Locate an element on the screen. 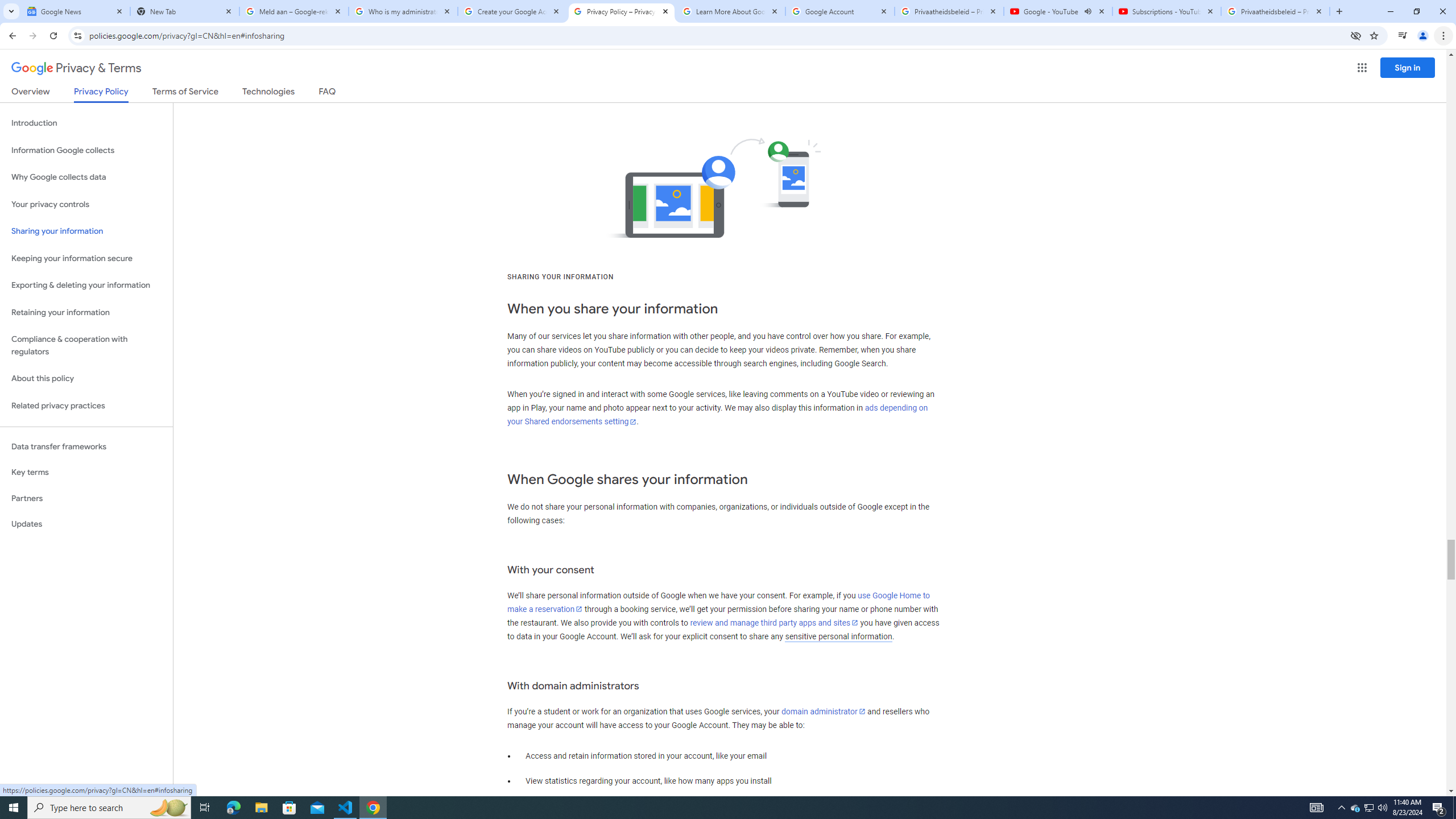 The image size is (1456, 819). 'Keeping your information secure' is located at coordinates (86, 259).